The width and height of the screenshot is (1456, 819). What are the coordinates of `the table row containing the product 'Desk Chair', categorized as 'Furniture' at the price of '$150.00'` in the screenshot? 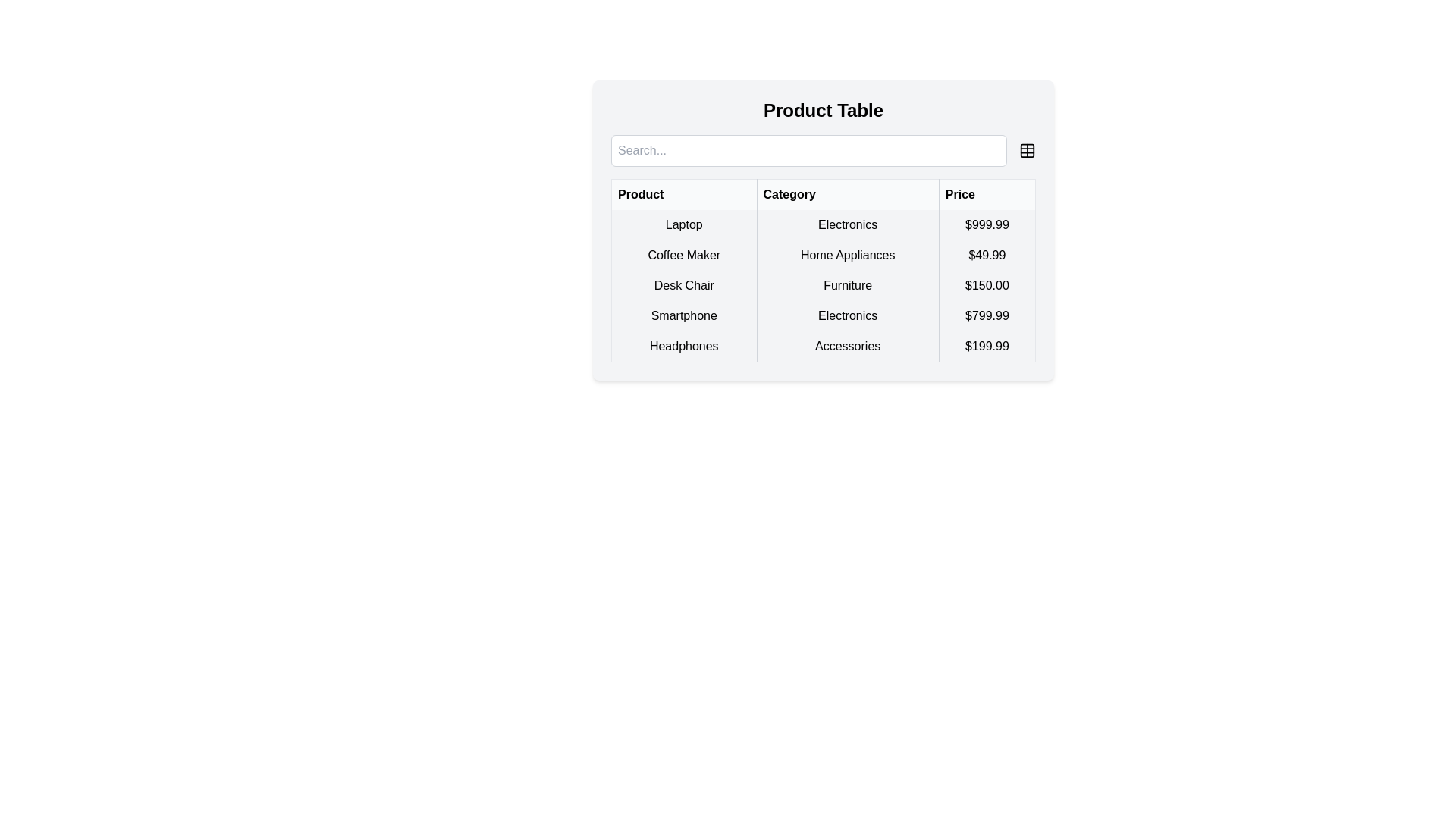 It's located at (822, 286).